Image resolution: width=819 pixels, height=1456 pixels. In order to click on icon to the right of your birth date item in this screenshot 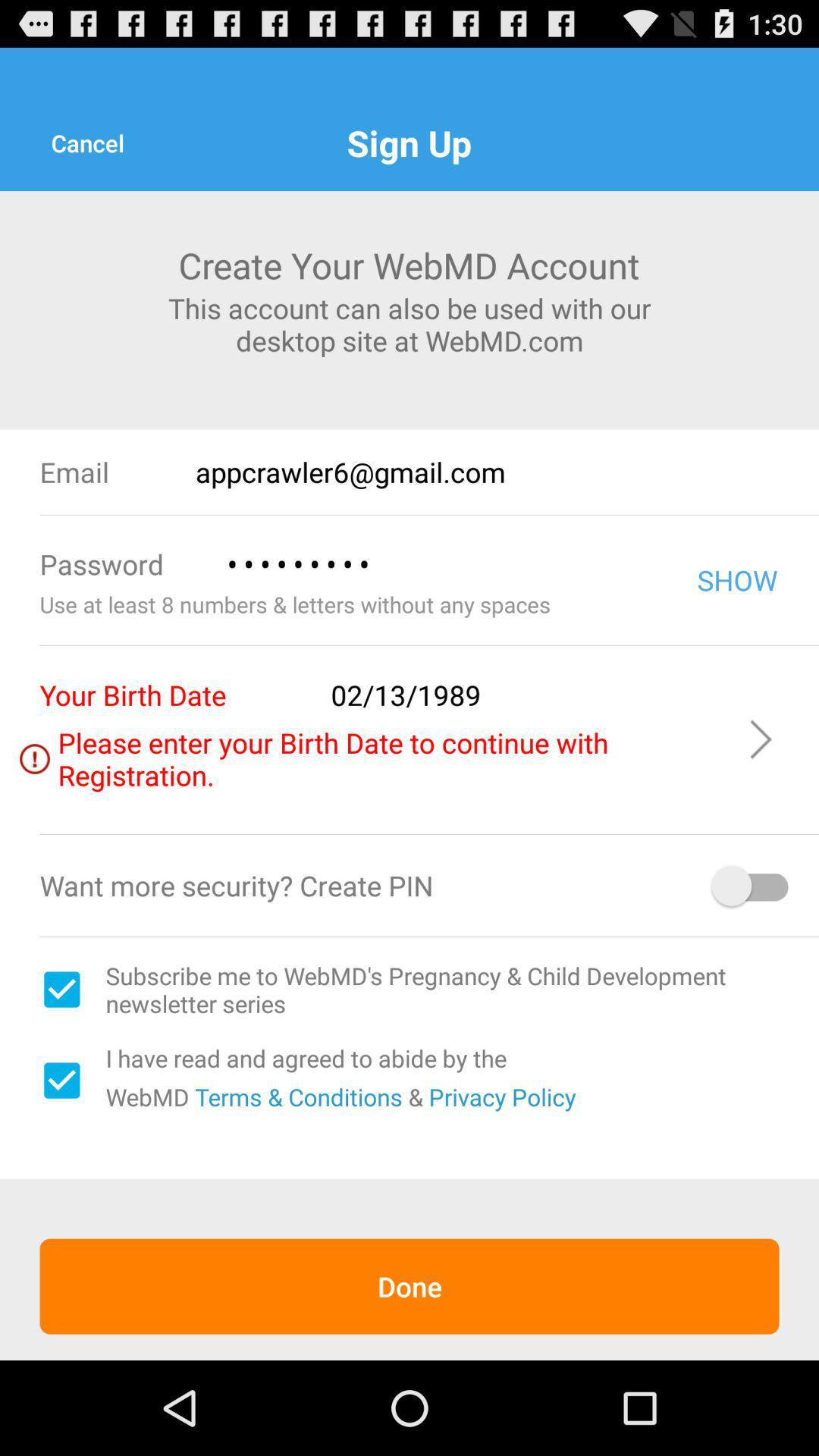, I will do `click(528, 694)`.